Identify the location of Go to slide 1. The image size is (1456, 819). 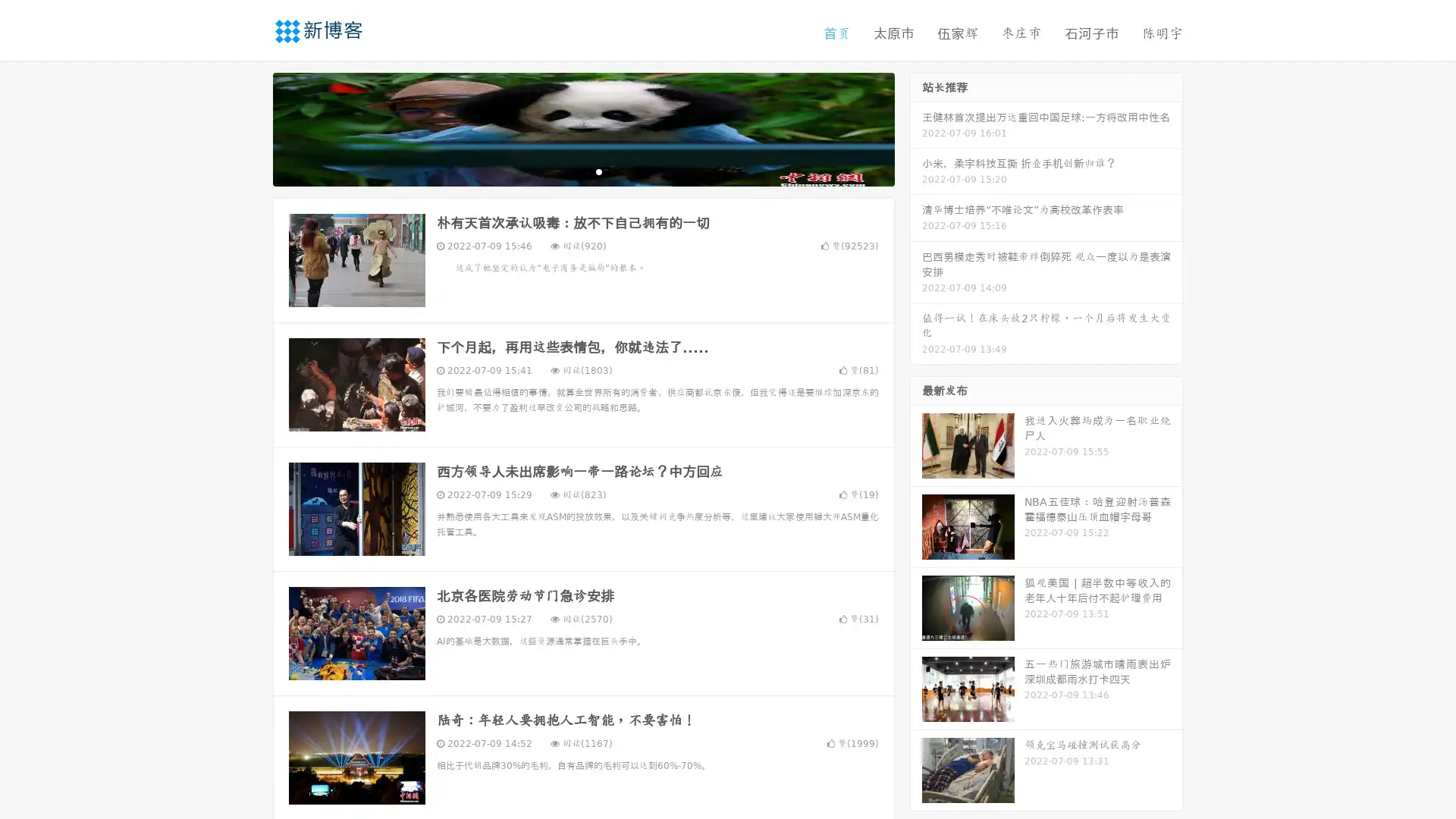
(567, 171).